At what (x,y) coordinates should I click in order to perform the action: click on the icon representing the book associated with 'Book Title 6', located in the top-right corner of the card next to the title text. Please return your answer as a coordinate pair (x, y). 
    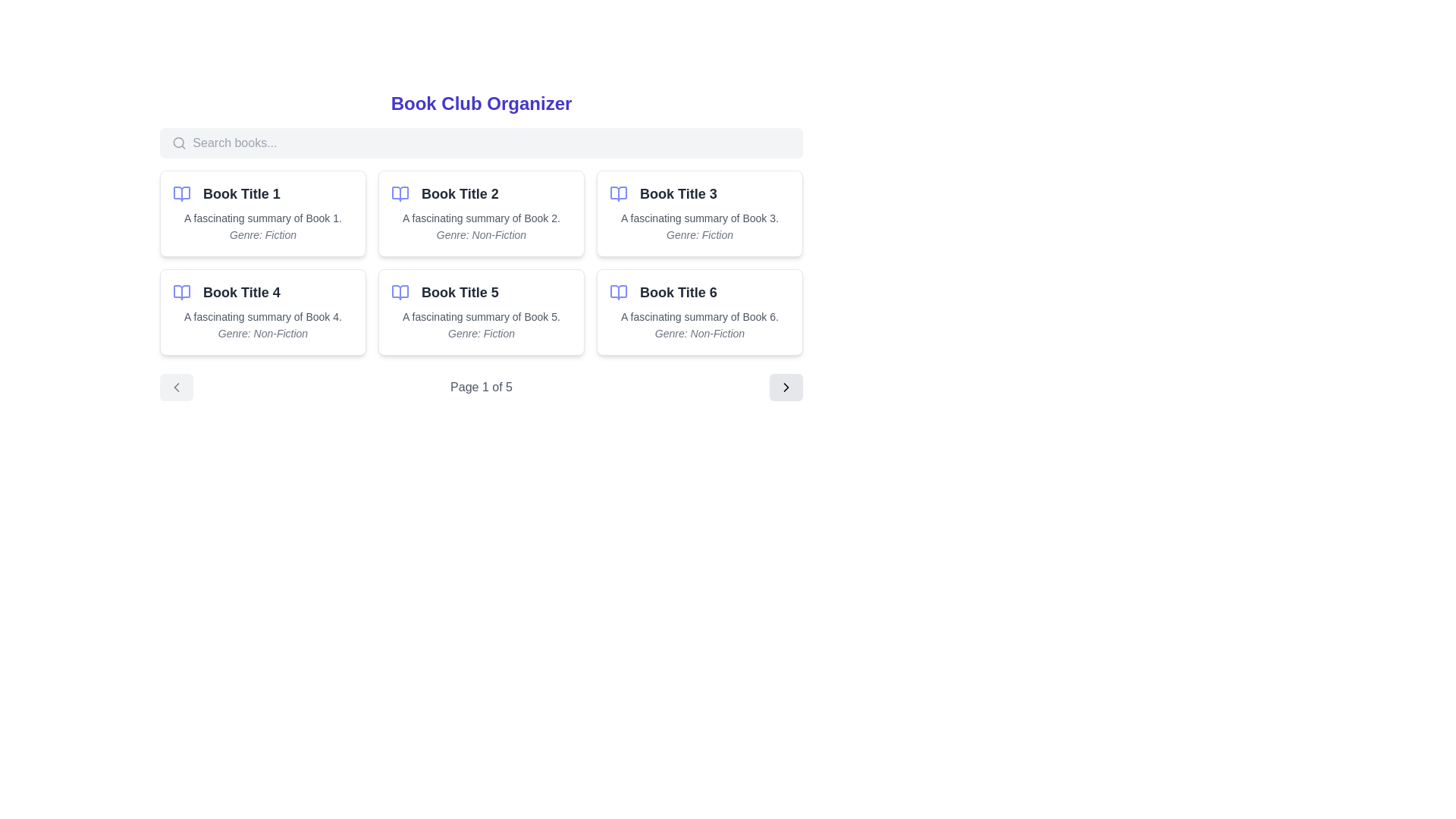
    Looking at the image, I should click on (619, 292).